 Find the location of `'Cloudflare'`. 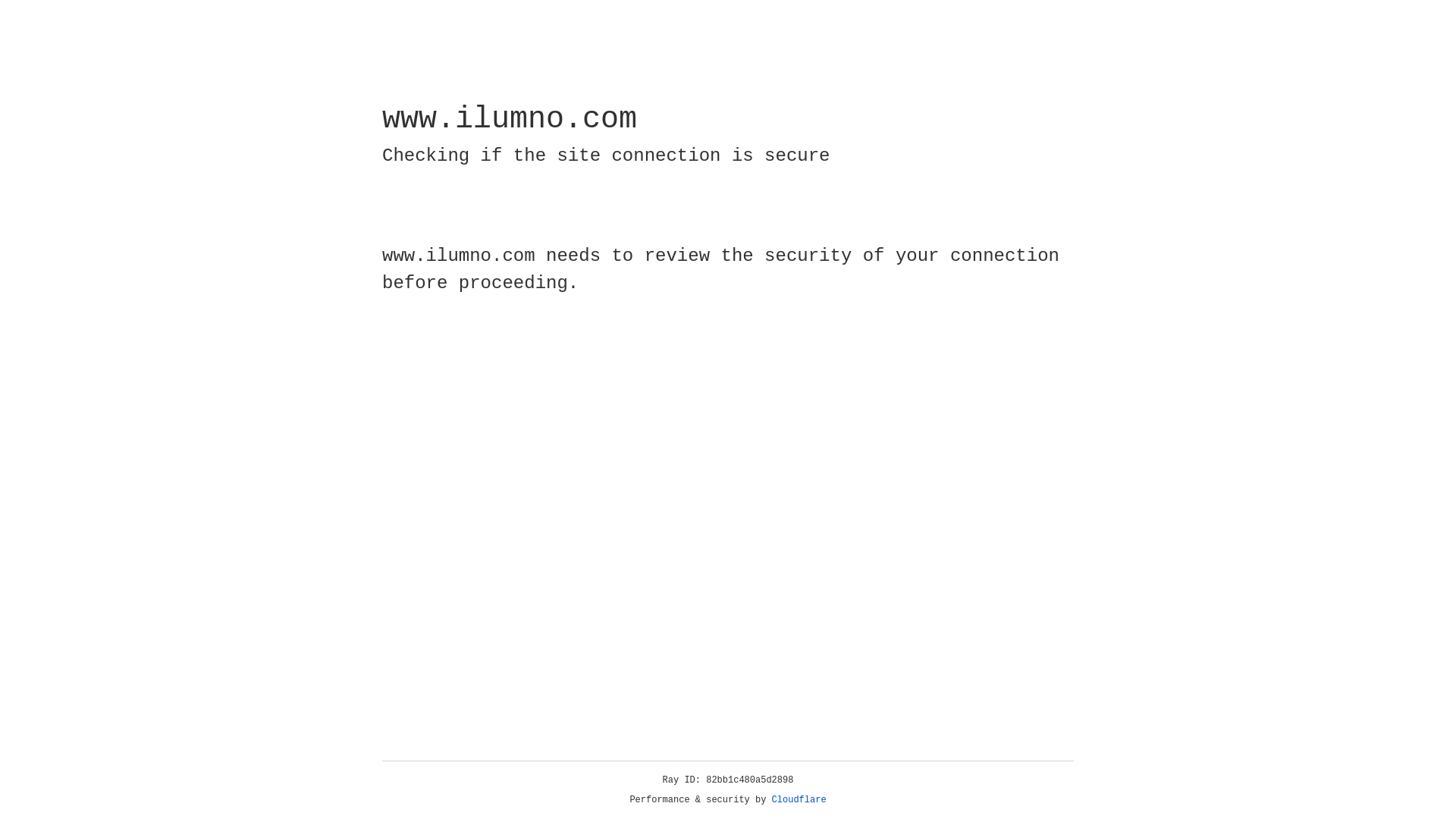

'Cloudflare' is located at coordinates (799, 799).